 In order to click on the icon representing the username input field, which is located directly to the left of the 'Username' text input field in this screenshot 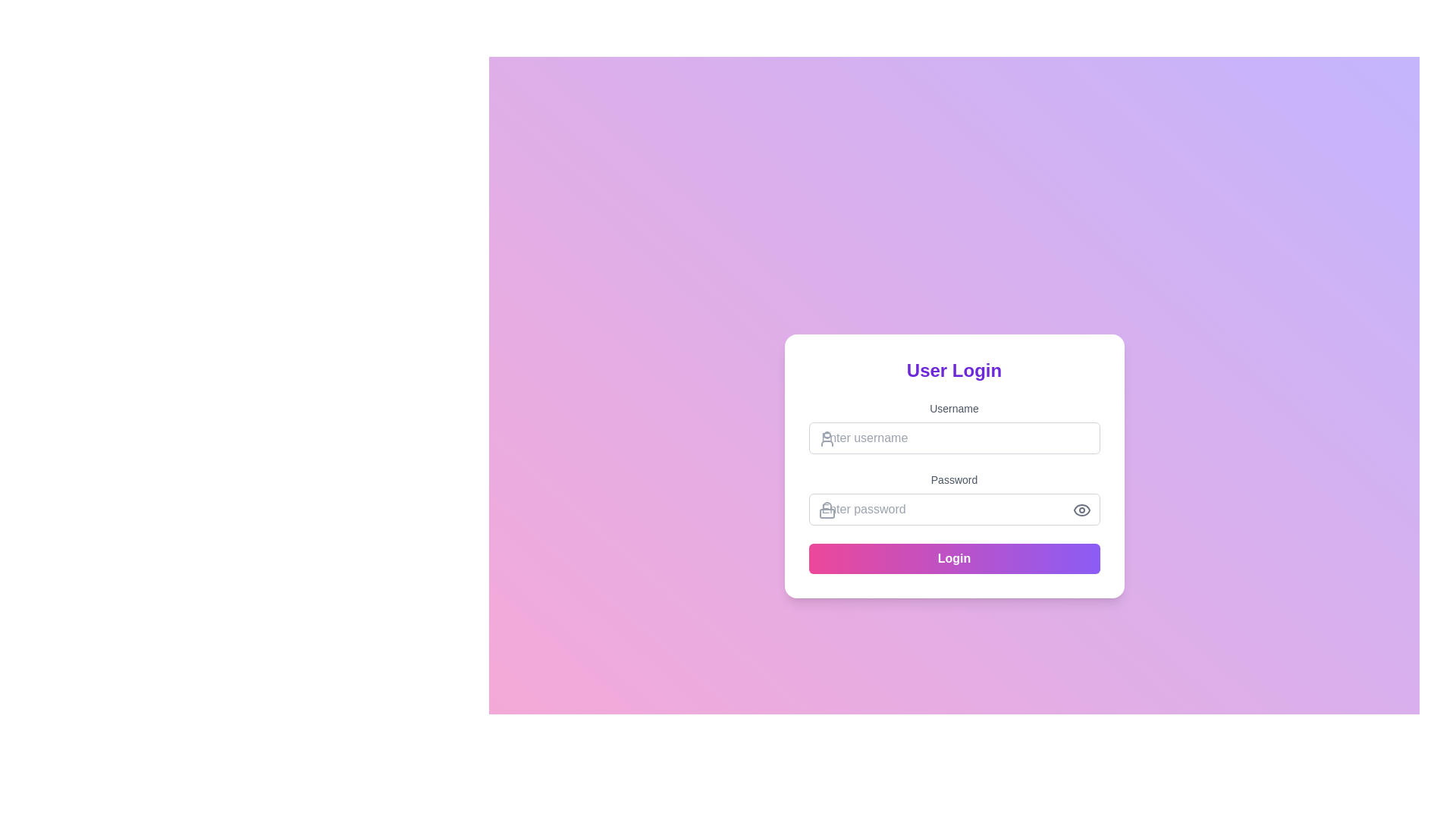, I will do `click(826, 438)`.